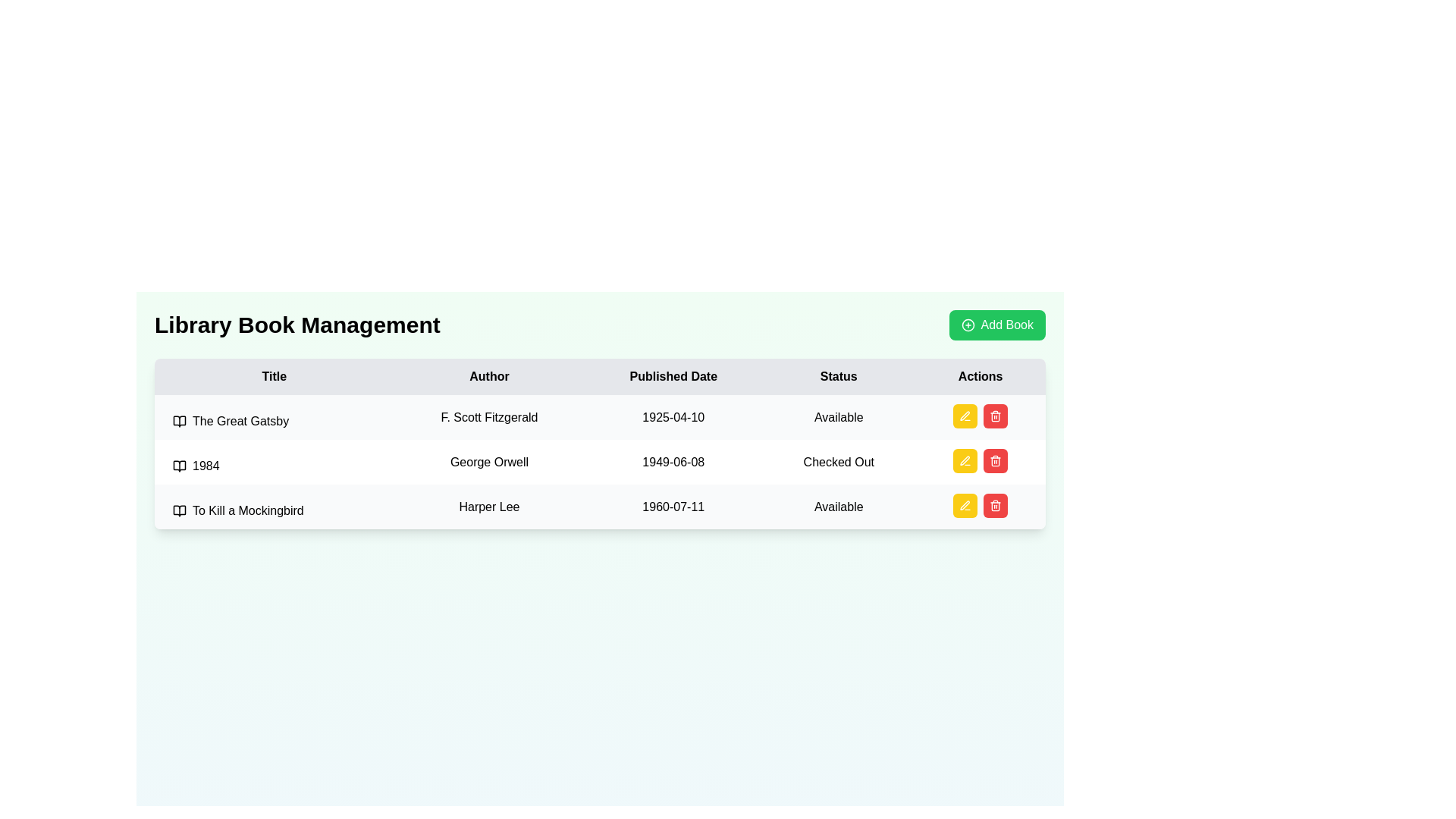 This screenshot has width=1456, height=819. What do you see at coordinates (838, 507) in the screenshot?
I see `the 'Available' text component in the fourth column of the third row of the table under the 'Status' header` at bounding box center [838, 507].